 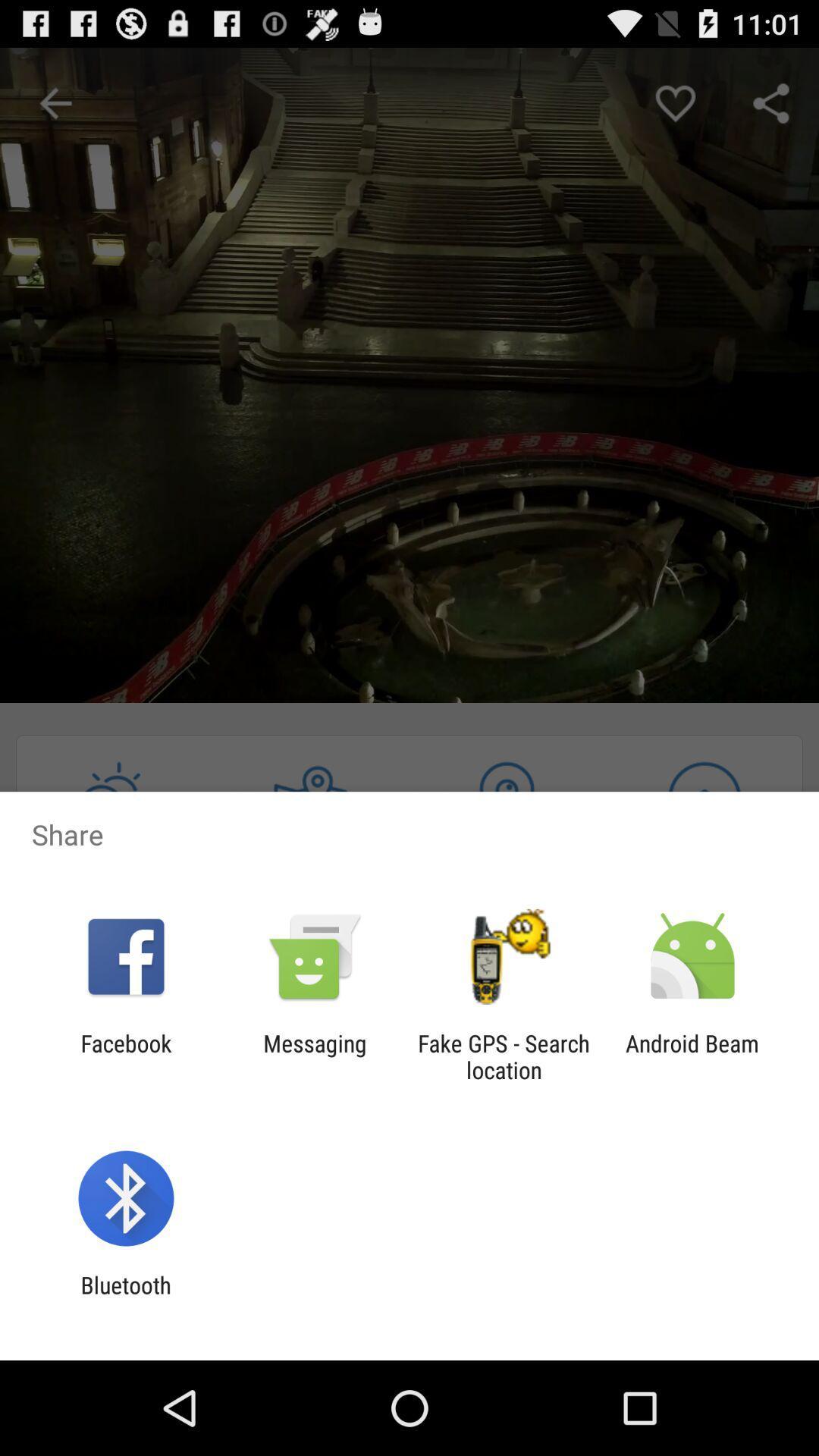 What do you see at coordinates (125, 1056) in the screenshot?
I see `the item next to messaging icon` at bounding box center [125, 1056].